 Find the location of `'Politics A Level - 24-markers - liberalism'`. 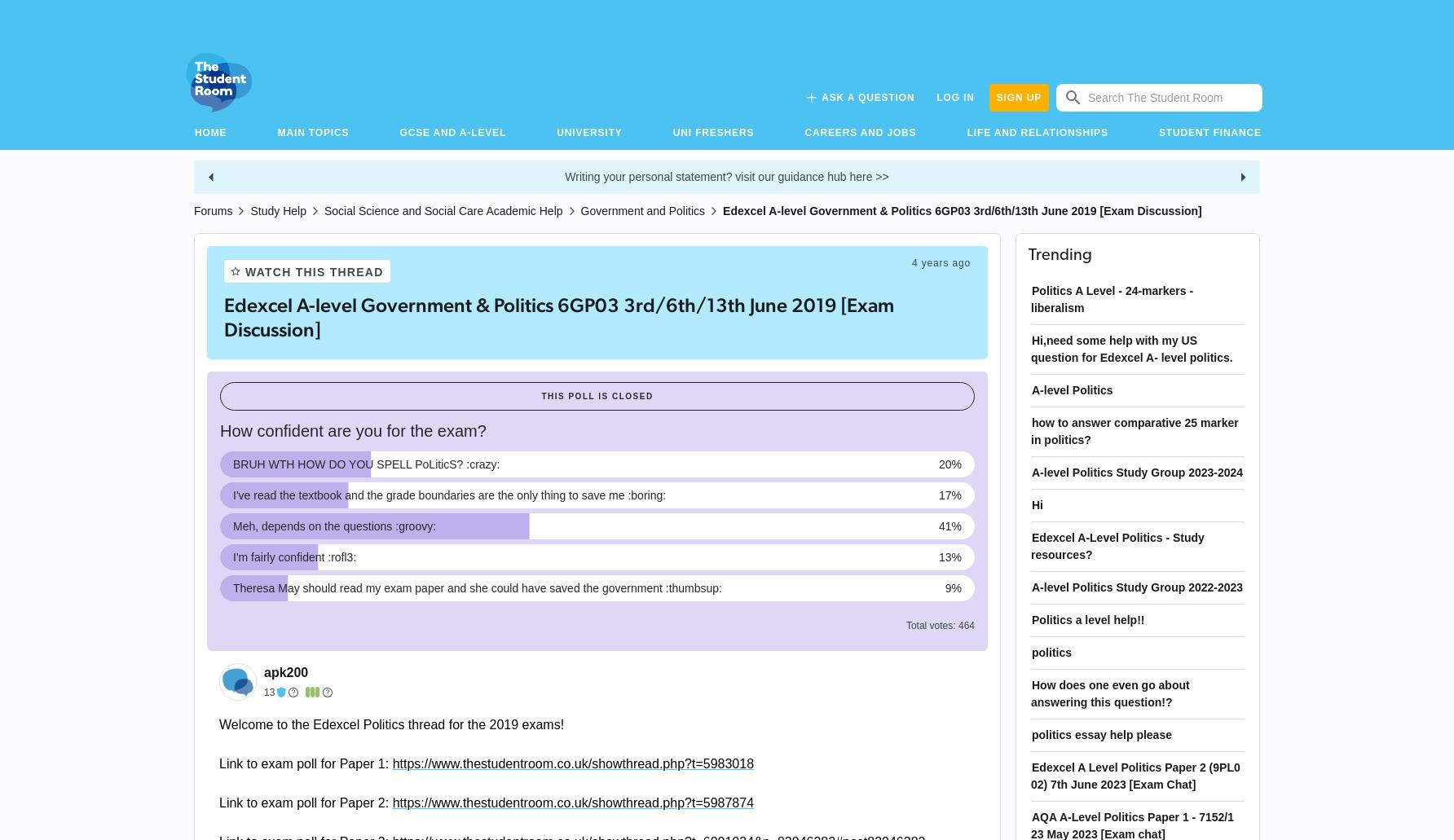

'Politics A Level - 24-markers - liberalism' is located at coordinates (1112, 298).